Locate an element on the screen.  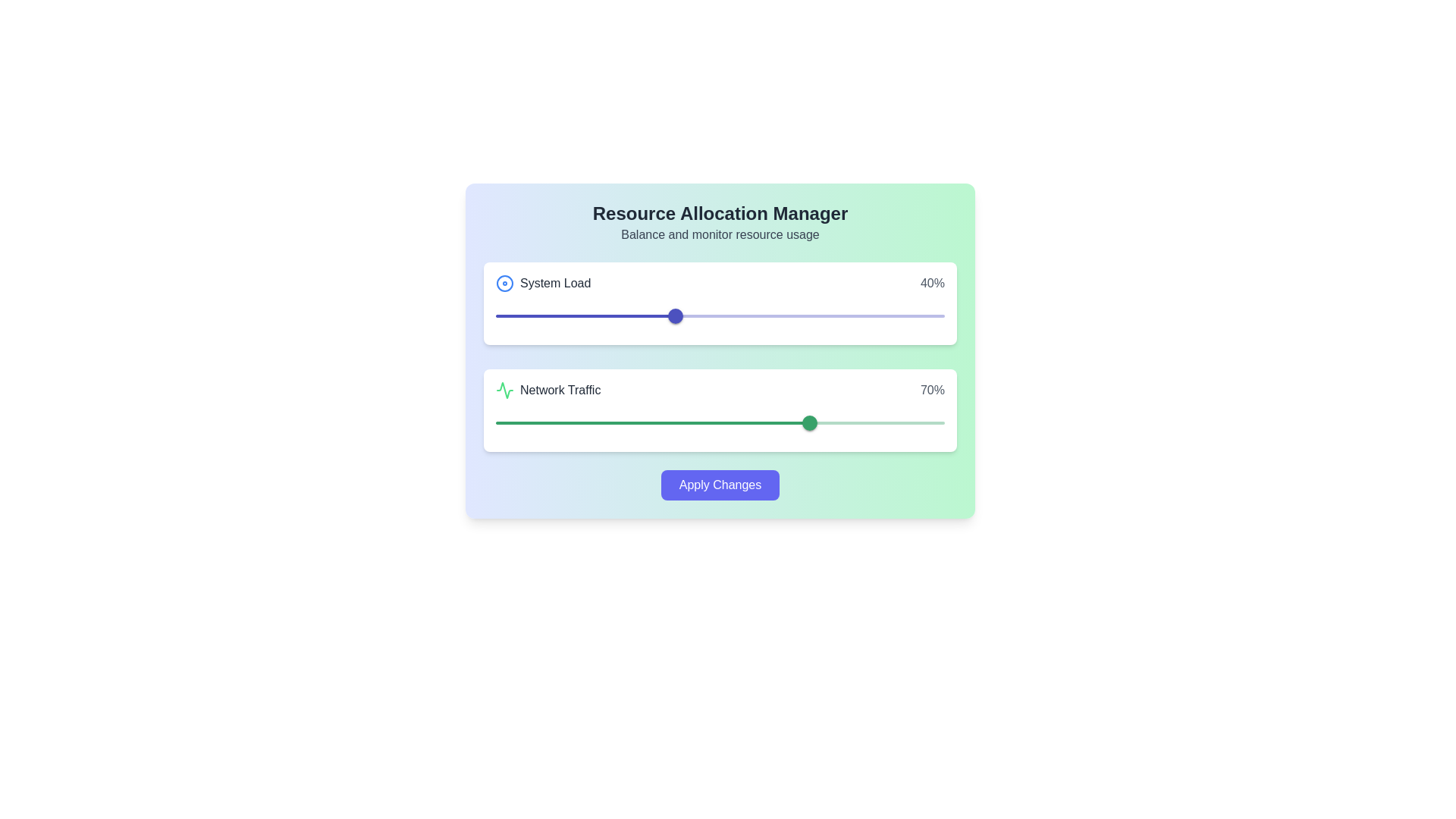
the 'Network Traffic' label with icon, which is located below the 'System Load' section and displays the text 'Network Traffic' alongside a green graph icon is located at coordinates (548, 390).